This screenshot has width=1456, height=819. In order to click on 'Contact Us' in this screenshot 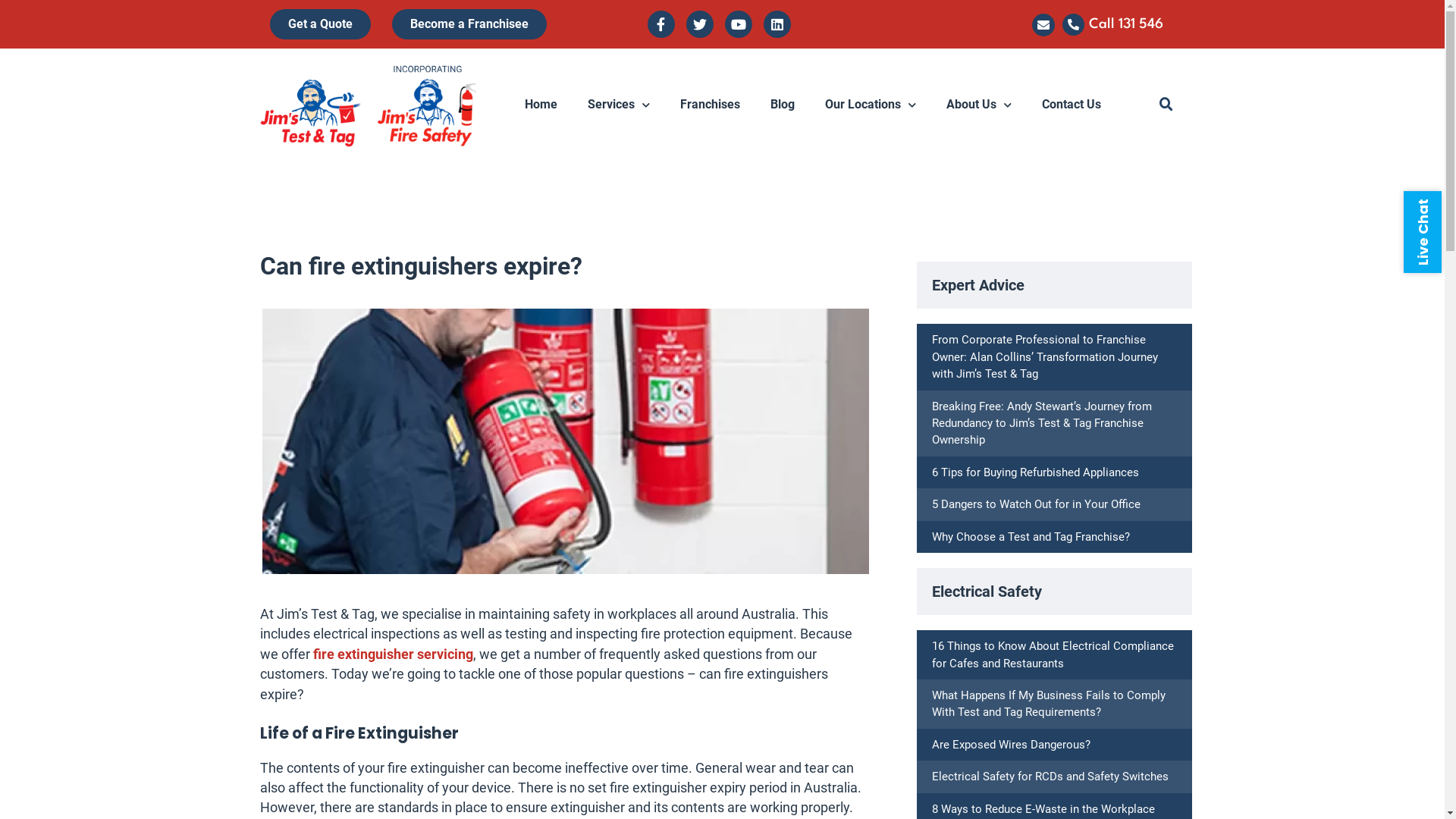, I will do `click(1070, 104)`.